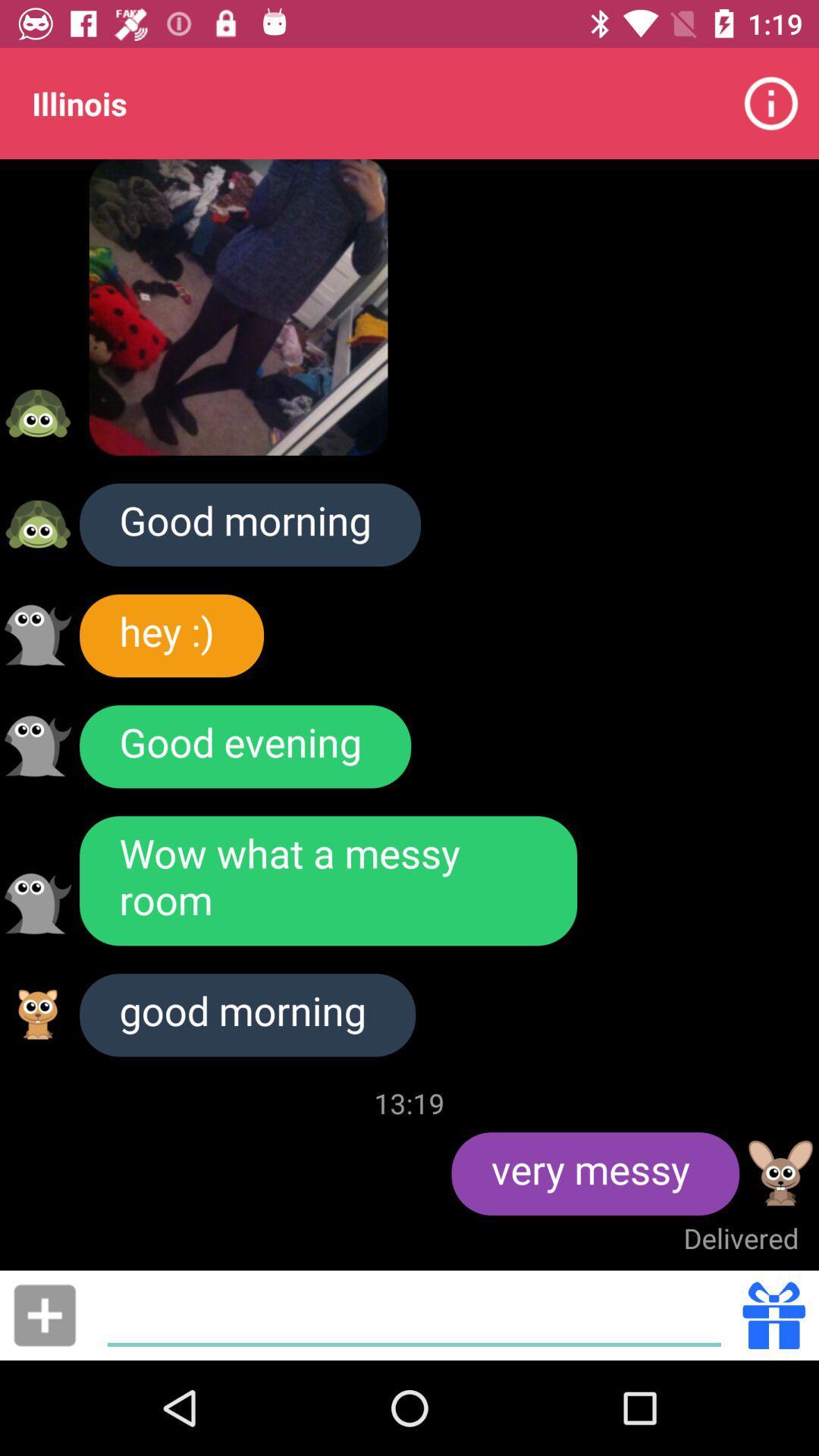 This screenshot has width=819, height=1456. What do you see at coordinates (595, 1173) in the screenshot?
I see `item above delivered item` at bounding box center [595, 1173].